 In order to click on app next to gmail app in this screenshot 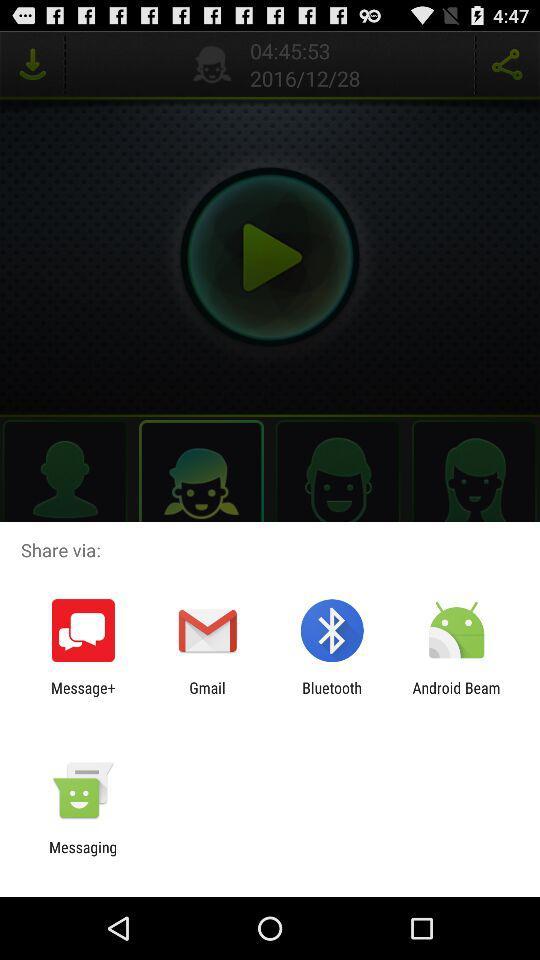, I will do `click(332, 696)`.